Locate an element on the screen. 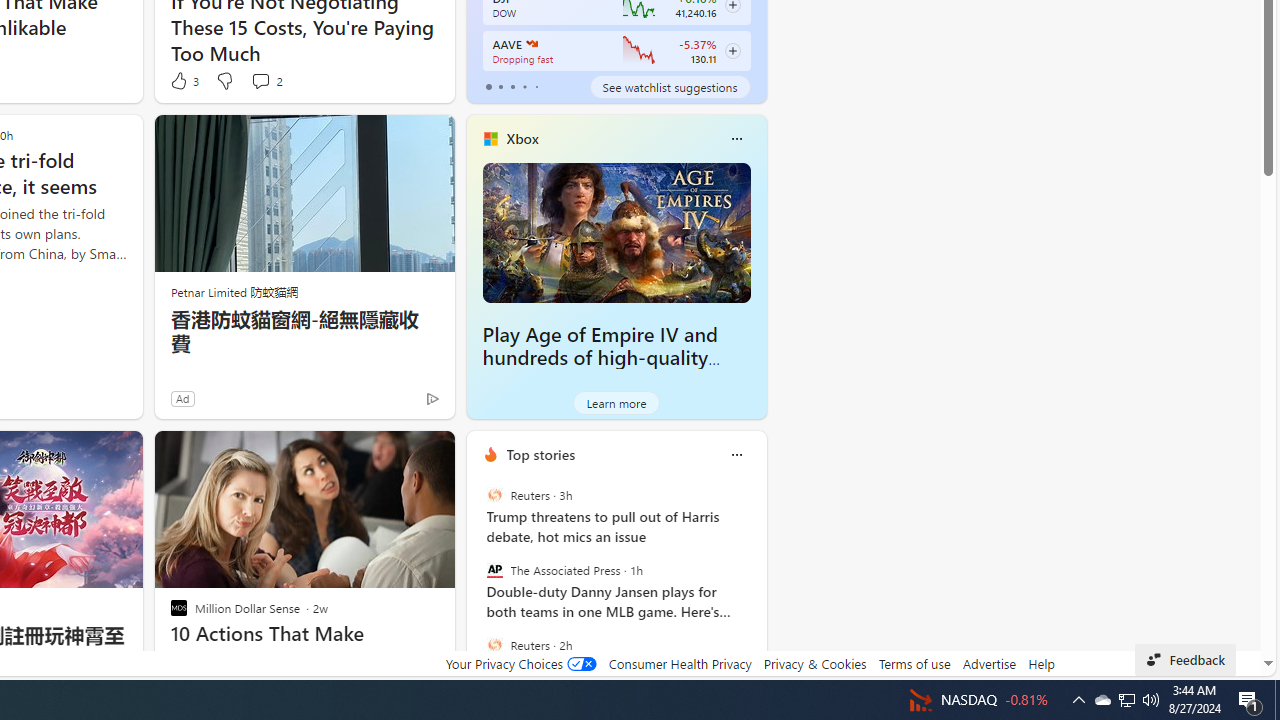 The image size is (1280, 720). 'Class: icon-img' is located at coordinates (735, 455).